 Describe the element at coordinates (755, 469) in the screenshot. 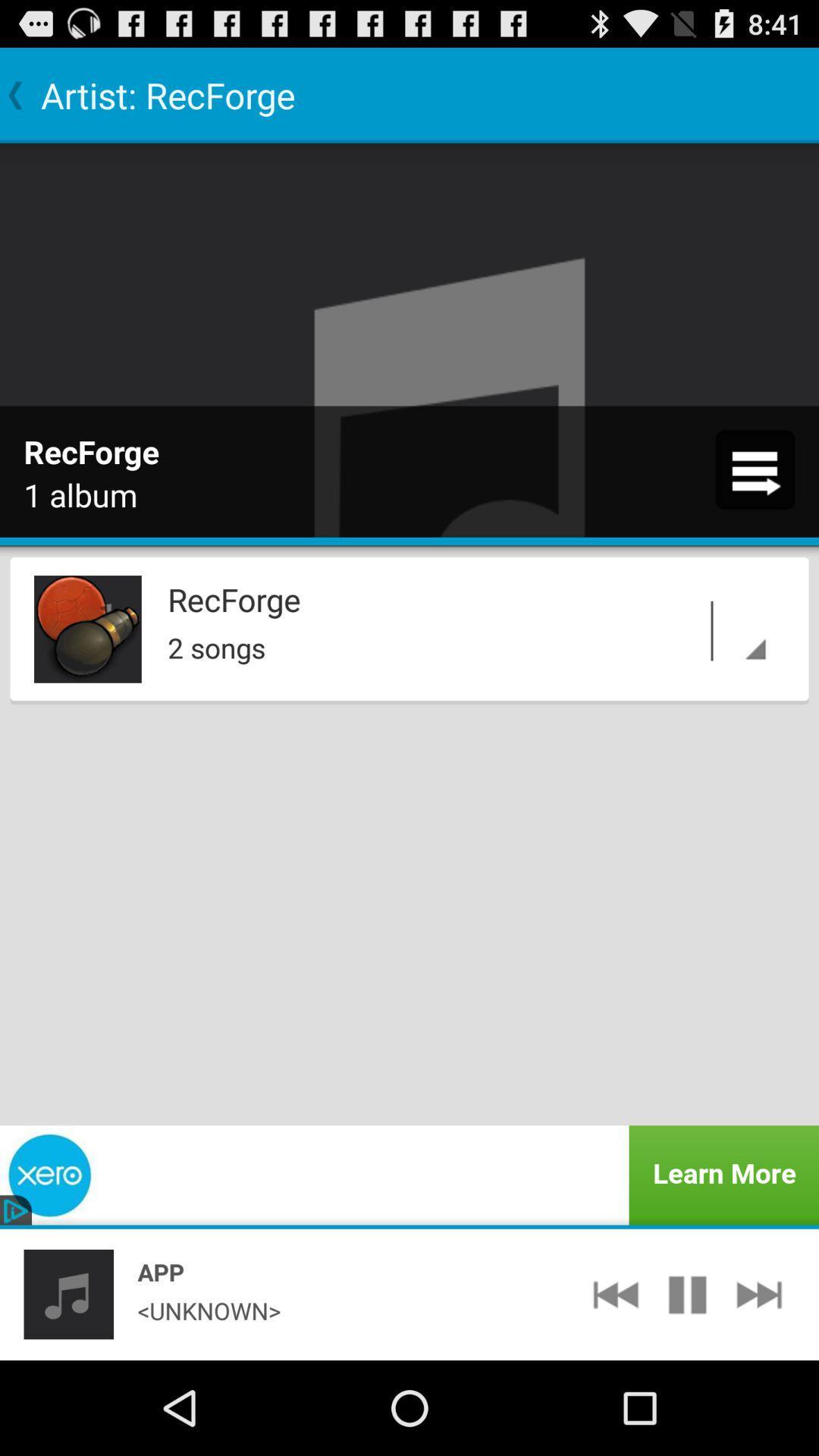

I see `icon to the right of 1 album` at that location.